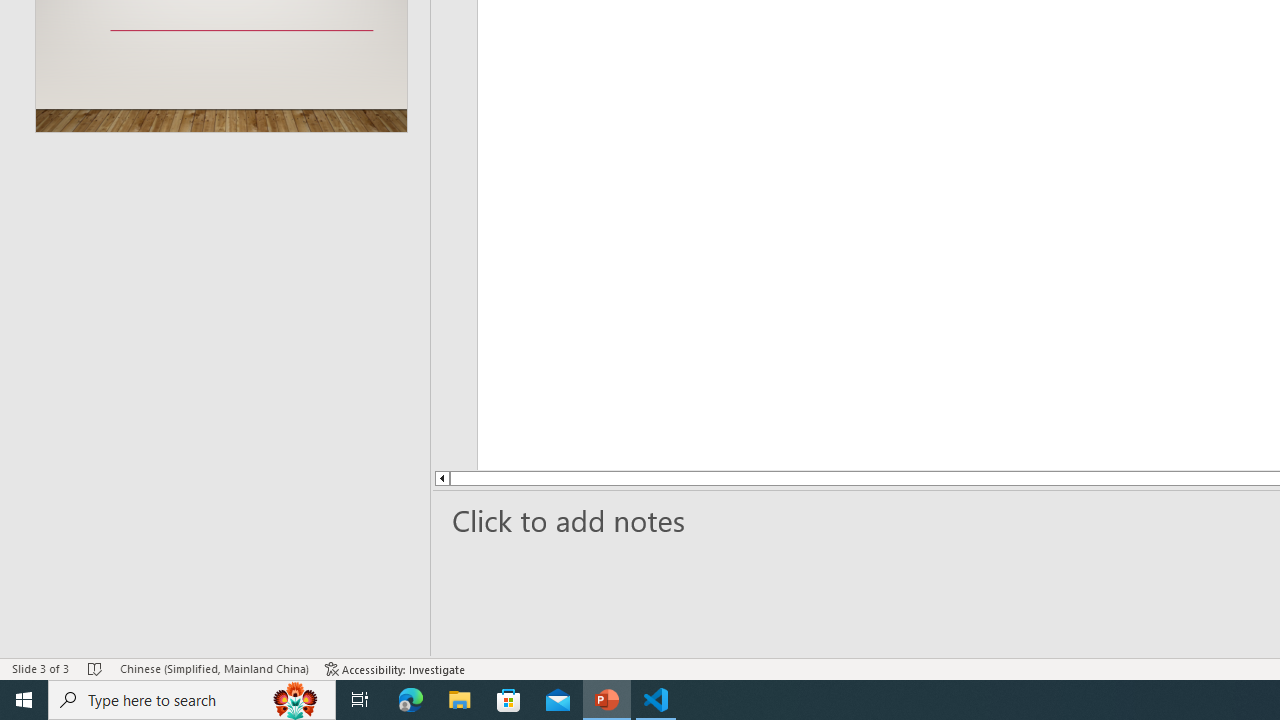 This screenshot has width=1280, height=720. Describe the element at coordinates (95, 669) in the screenshot. I see `'Spell Check No Errors'` at that location.